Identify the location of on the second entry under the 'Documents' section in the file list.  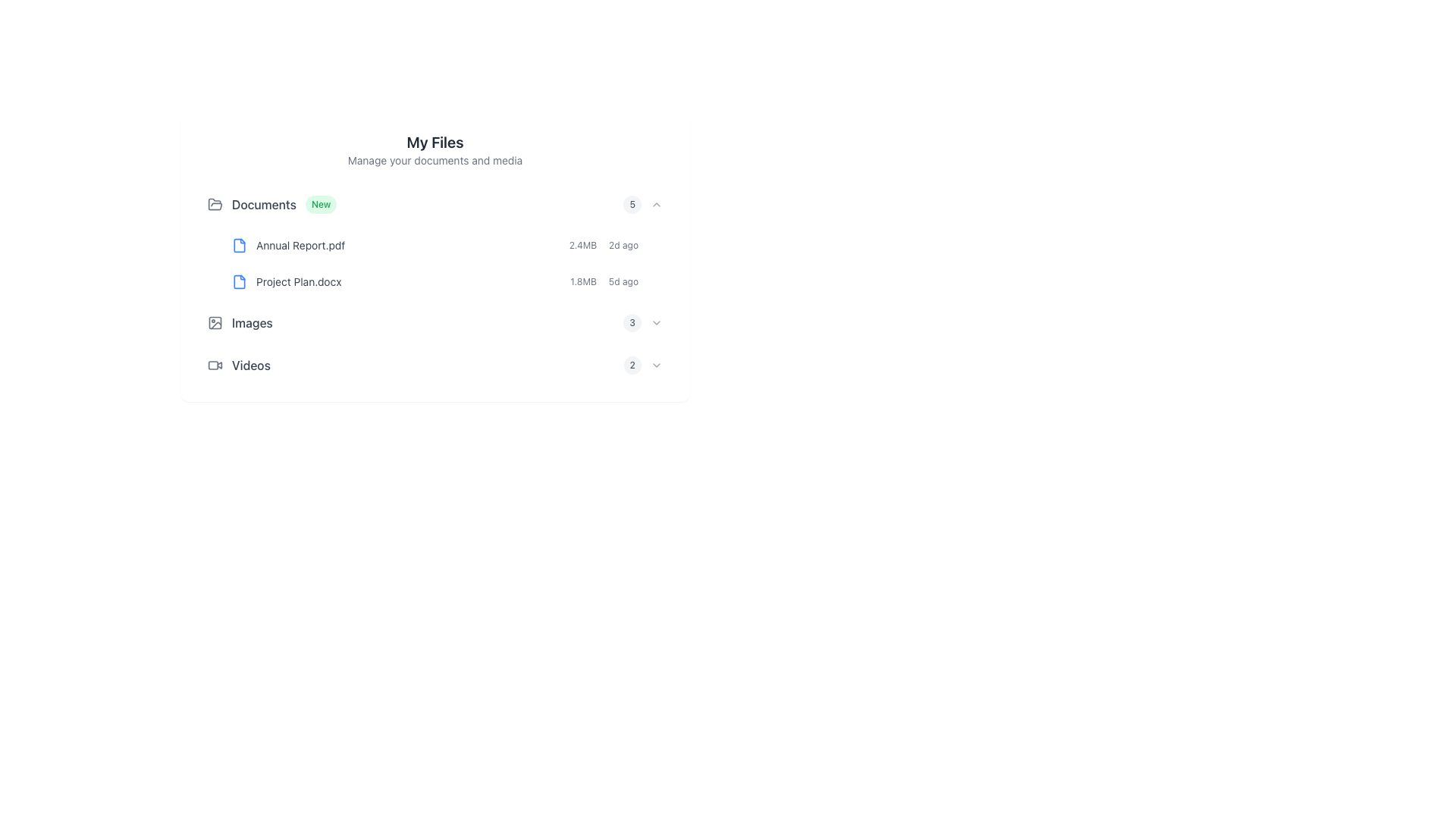
(447, 281).